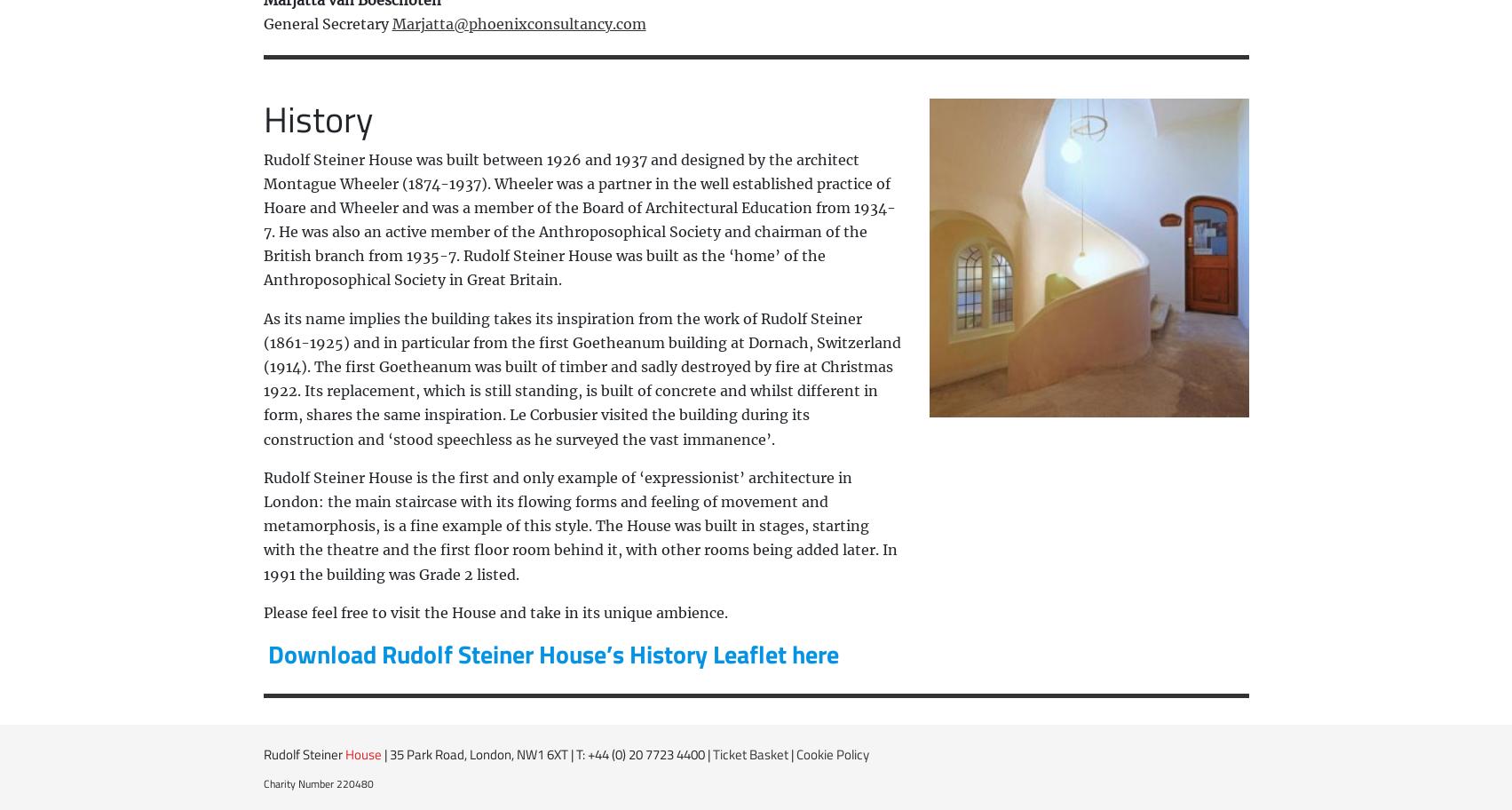  What do you see at coordinates (578, 218) in the screenshot?
I see `'Rudolf Steiner House was built between 1926 and 1937 and designed by the architect Montague Wheeler (1874-1937). Wheeler was a partner in the well established practice of Hoare and Wheeler and was a member of the Board of Architectural Education from 1934-7. He was also an active member of the Anthroposophical Society and chairman of the British branch from 1935-7. Rudolf Steiner House was built as the ‘home’ of the Anthroposophical Society in Great Britain.'` at bounding box center [578, 218].